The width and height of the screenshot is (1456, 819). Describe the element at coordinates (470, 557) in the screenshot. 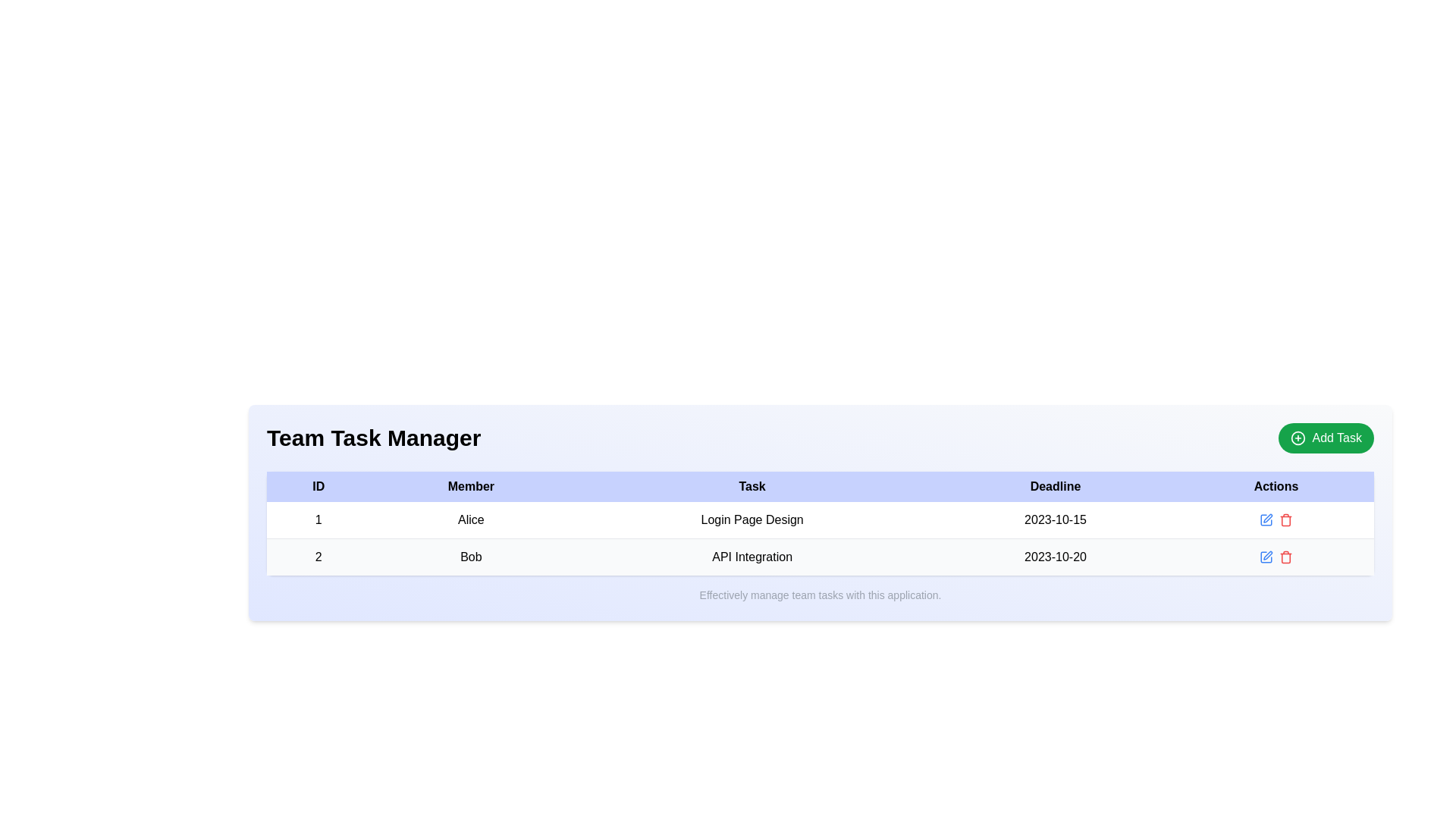

I see `the text label displaying the name of the team member` at that location.